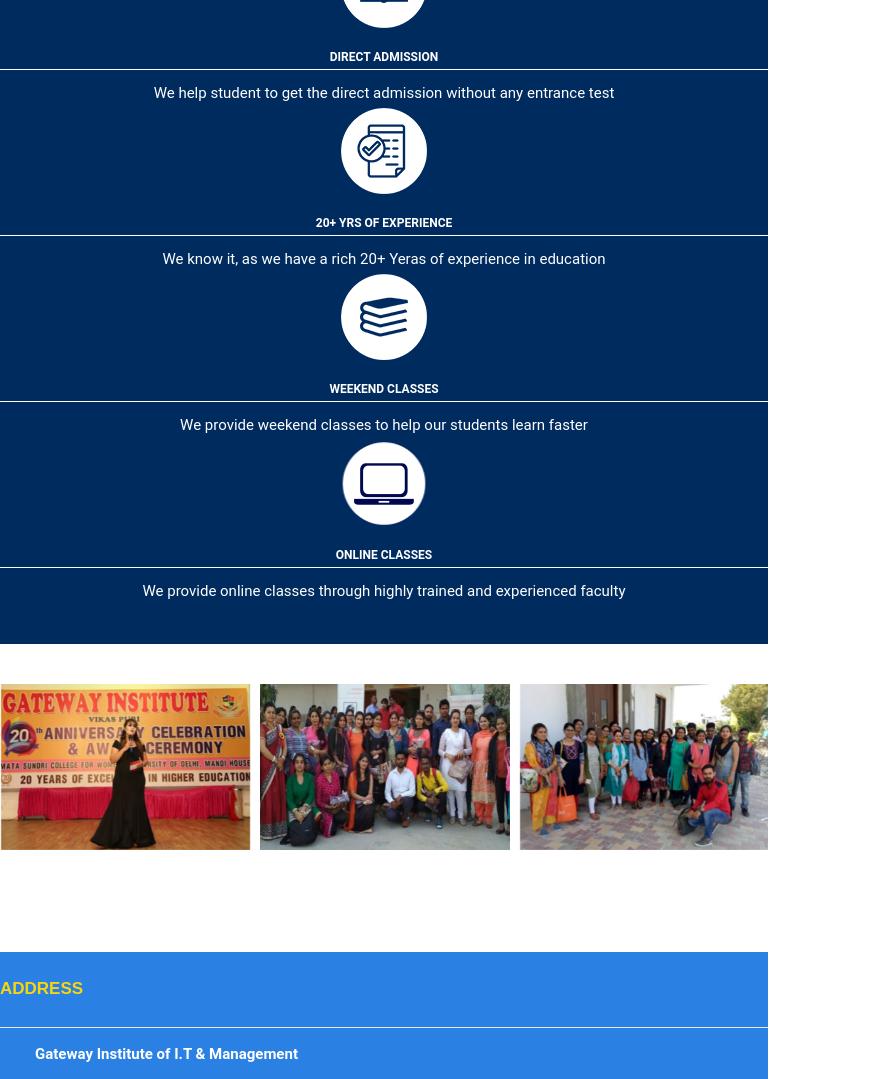 The image size is (870, 1079). What do you see at coordinates (160, 258) in the screenshot?
I see `'We know it, as we have a rich 20+ Yeras of experience in education'` at bounding box center [160, 258].